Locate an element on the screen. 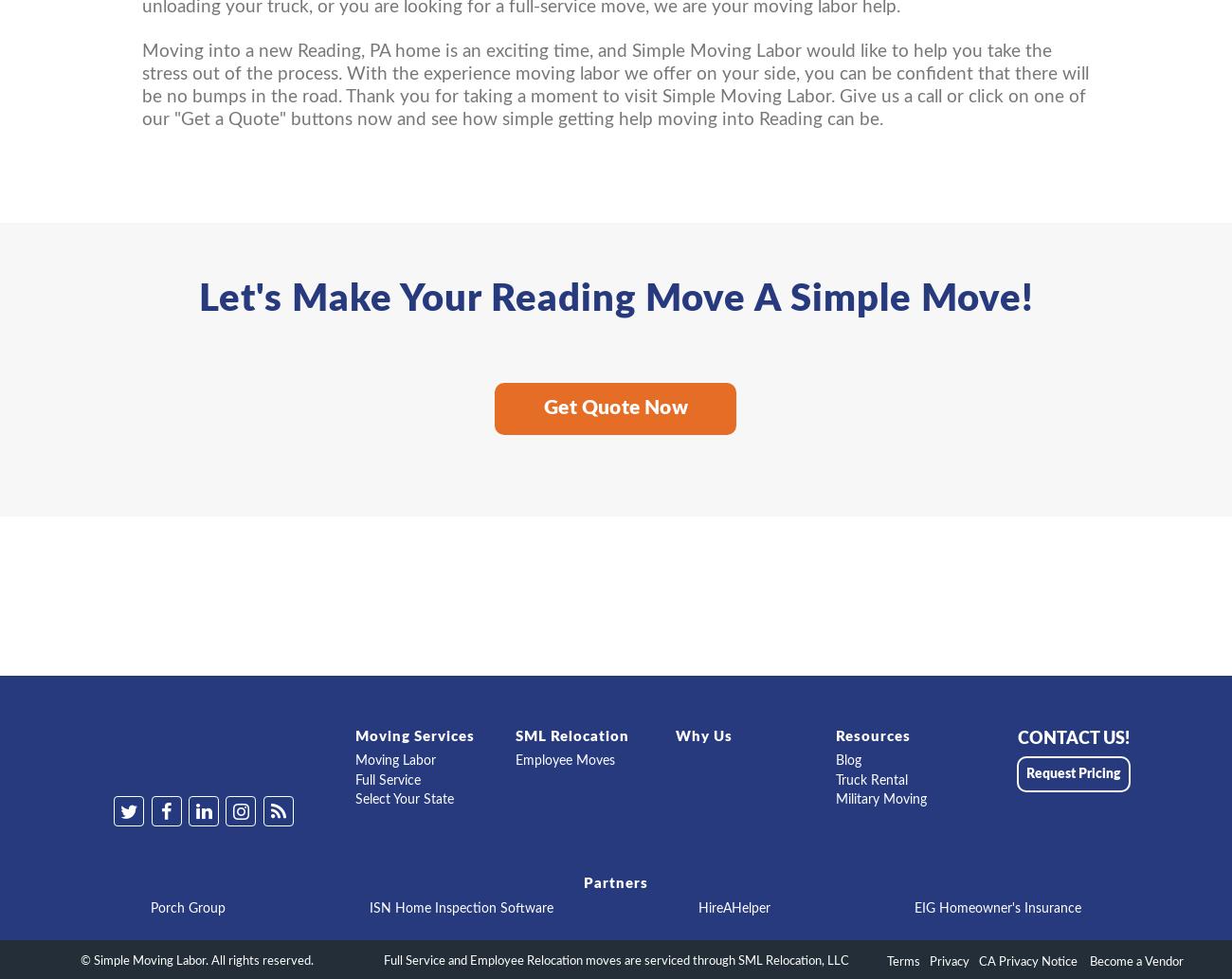 This screenshot has height=979, width=1232. 'Become a Vendor' is located at coordinates (1133, 961).